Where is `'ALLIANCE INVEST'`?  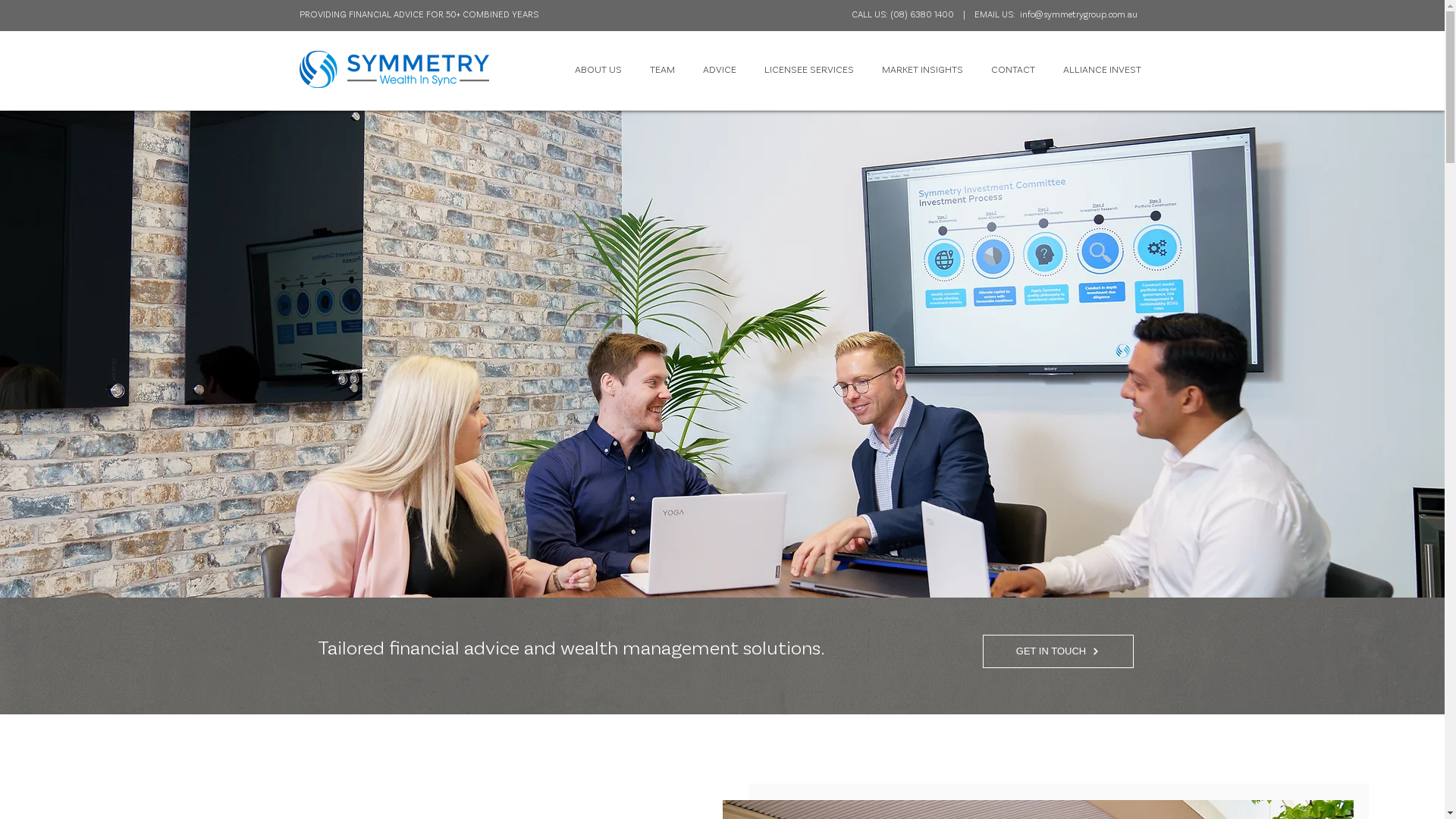
'ALLIANCE INVEST' is located at coordinates (1102, 69).